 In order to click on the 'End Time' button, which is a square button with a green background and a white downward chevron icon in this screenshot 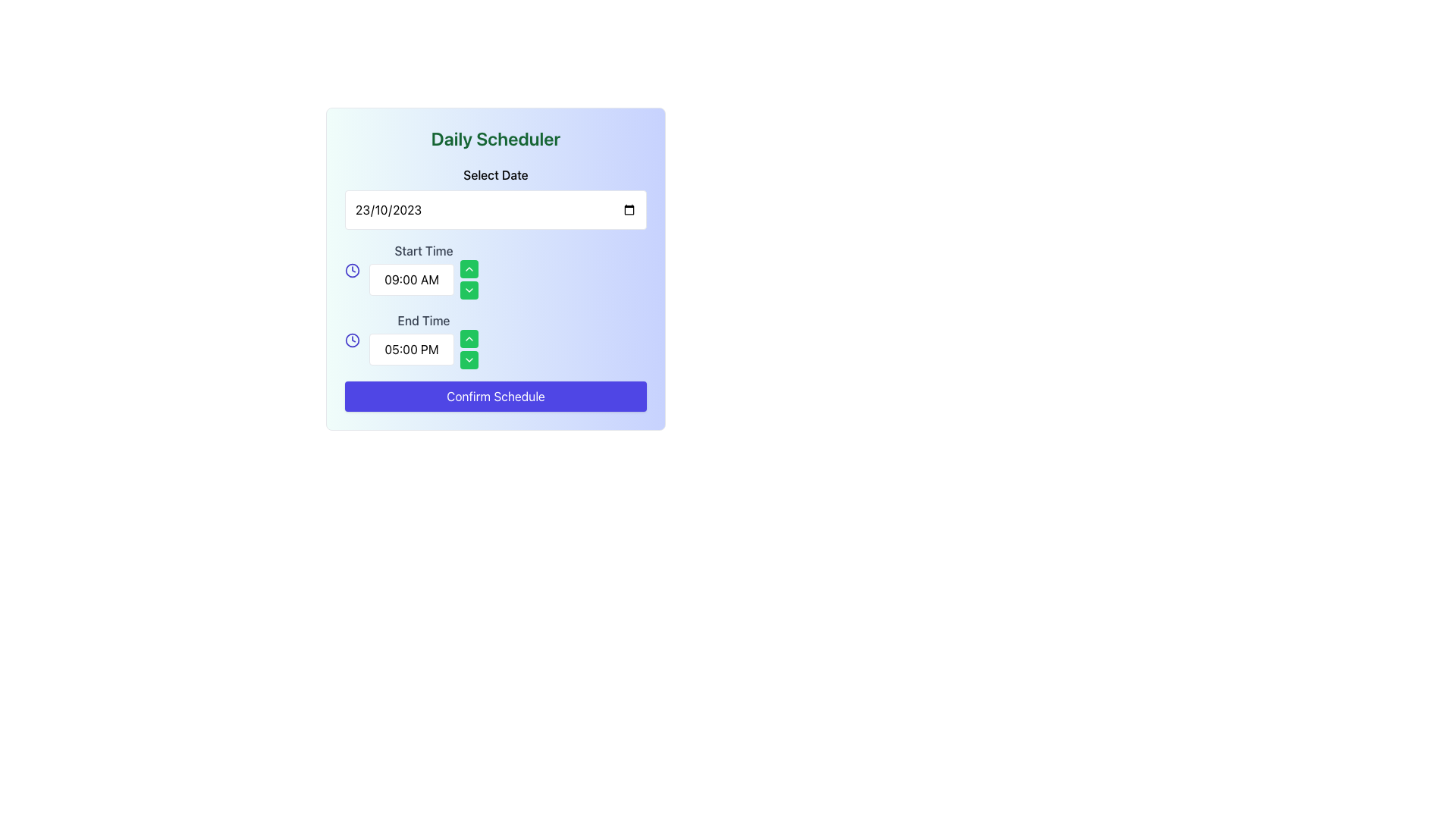, I will do `click(469, 359)`.